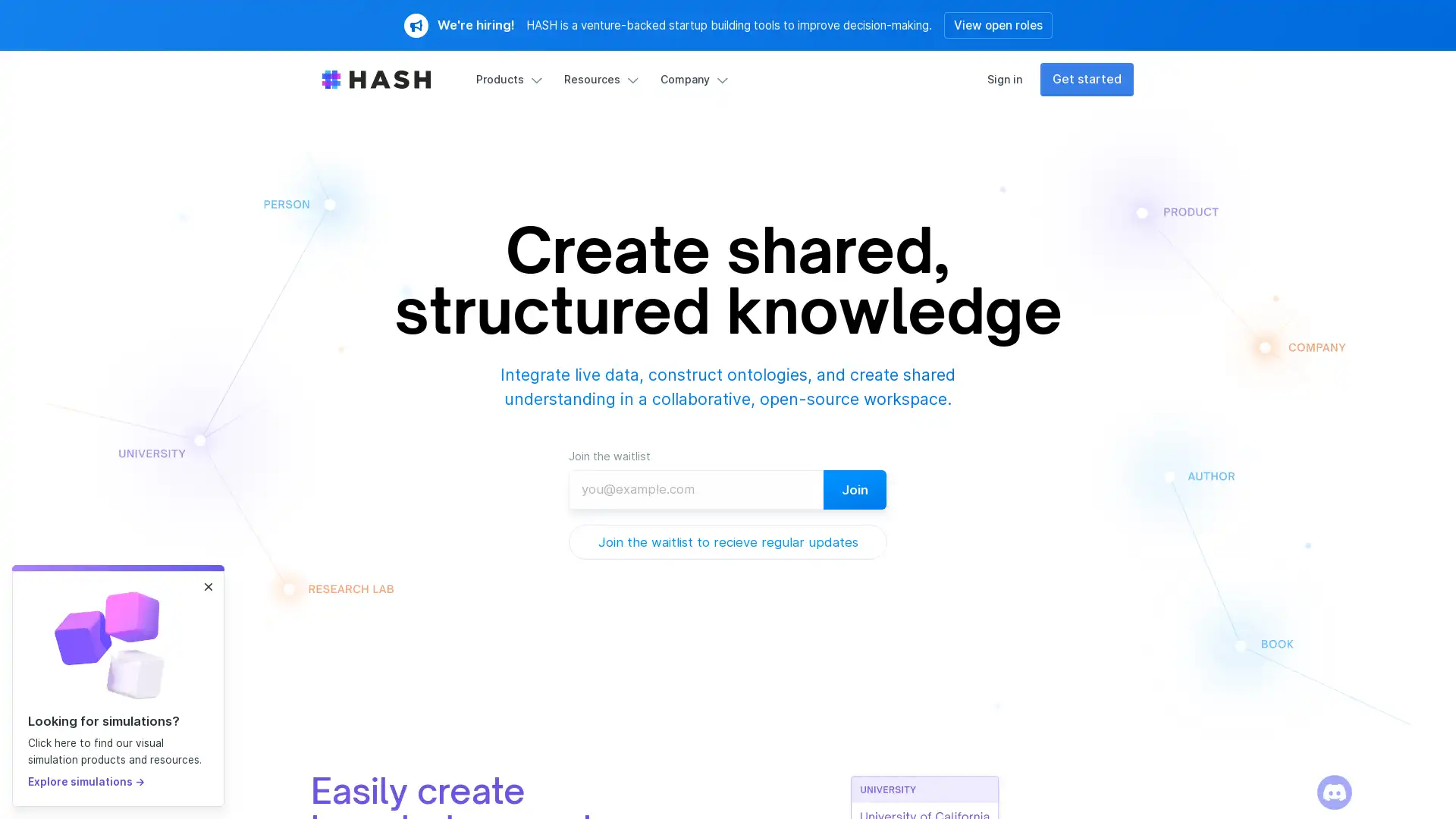 Image resolution: width=1456 pixels, height=819 pixels. Describe the element at coordinates (855, 489) in the screenshot. I see `Join` at that location.